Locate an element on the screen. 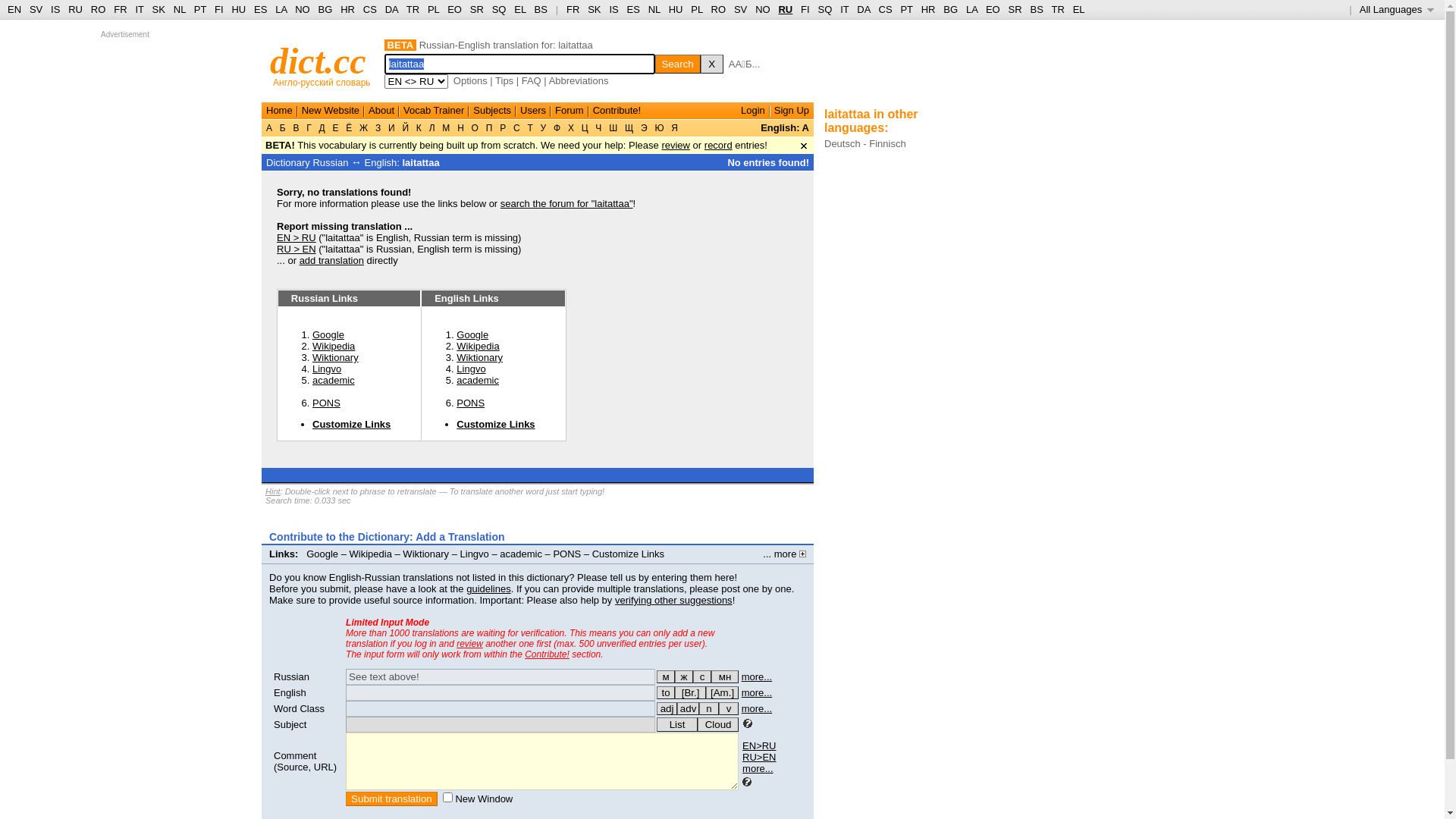 This screenshot has width=1456, height=819. 'Sign Up' is located at coordinates (774, 109).